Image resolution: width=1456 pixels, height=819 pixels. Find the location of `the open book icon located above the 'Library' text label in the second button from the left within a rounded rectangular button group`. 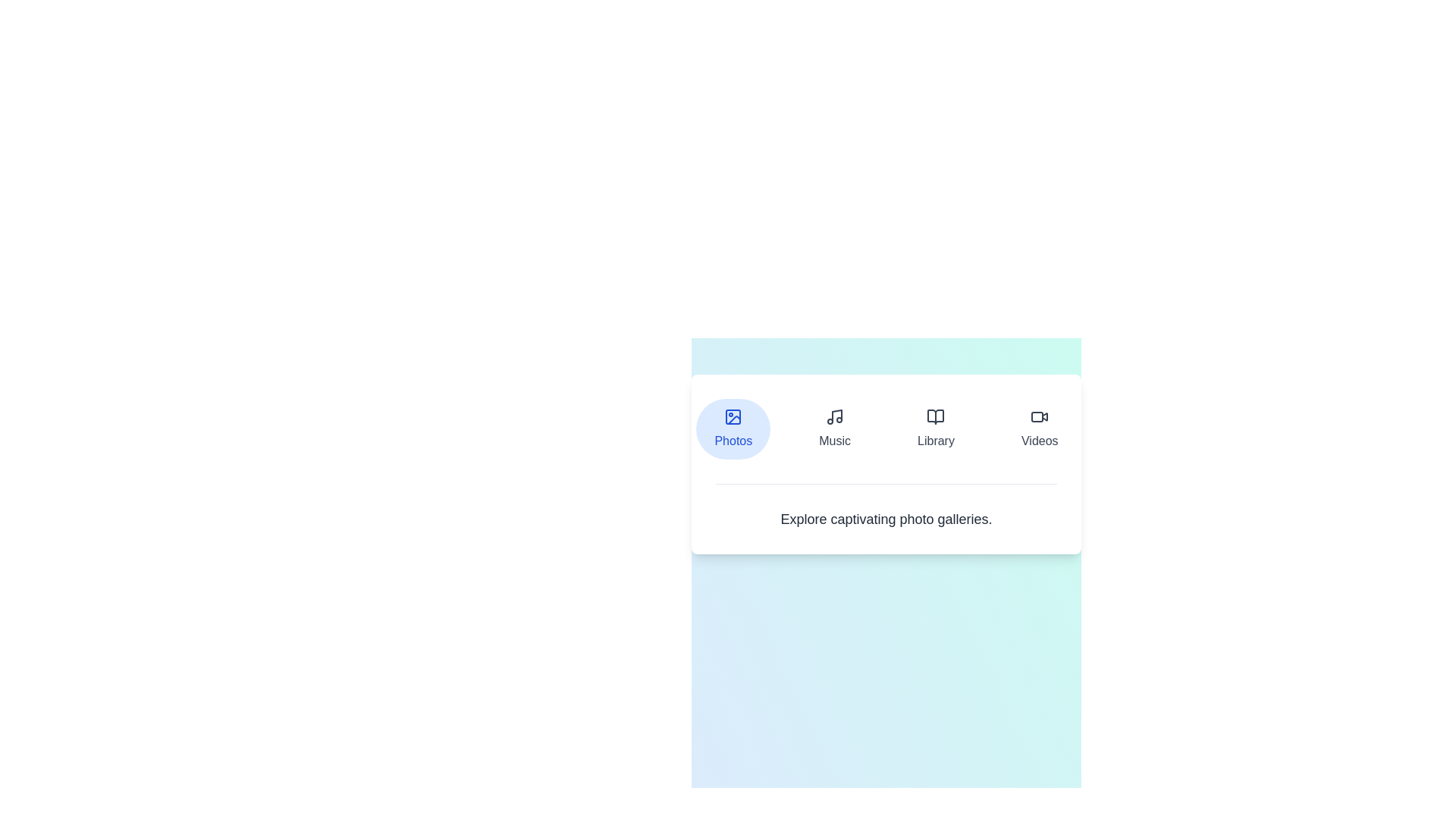

the open book icon located above the 'Library' text label in the second button from the left within a rounded rectangular button group is located at coordinates (935, 417).